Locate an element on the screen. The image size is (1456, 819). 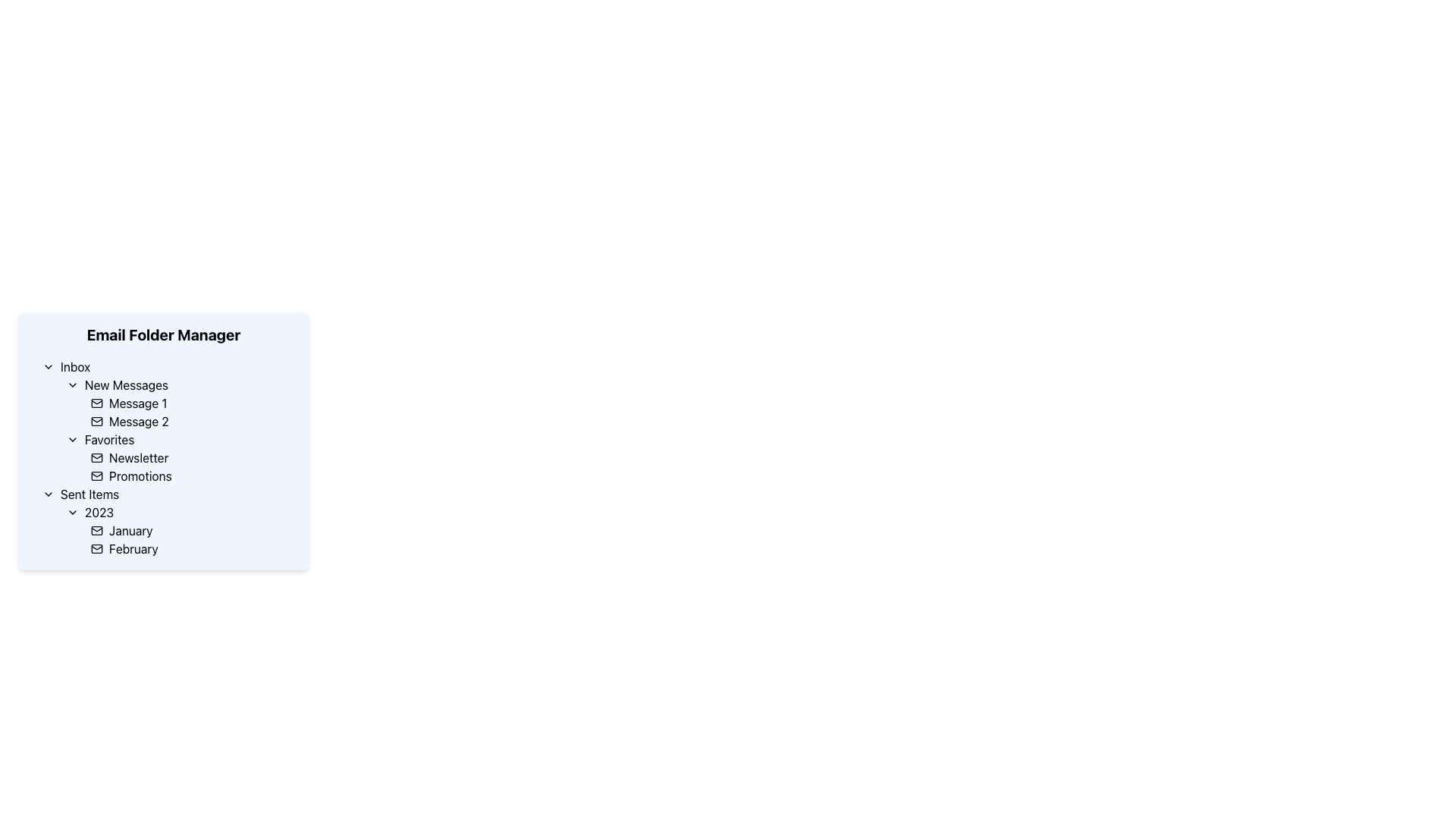
the '2023' text label in the 'Sent Items' section of the Email Folder Manager UI is located at coordinates (99, 512).